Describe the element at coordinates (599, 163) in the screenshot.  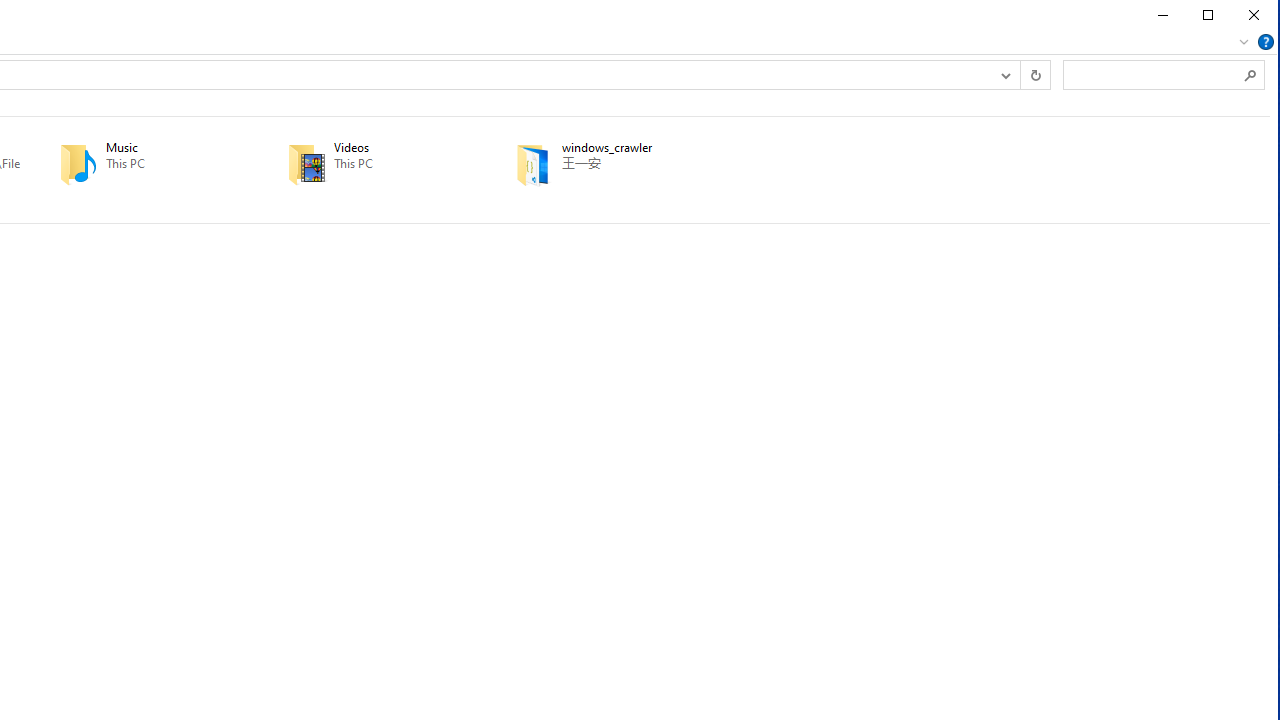
I see `'windows_crawler'` at that location.